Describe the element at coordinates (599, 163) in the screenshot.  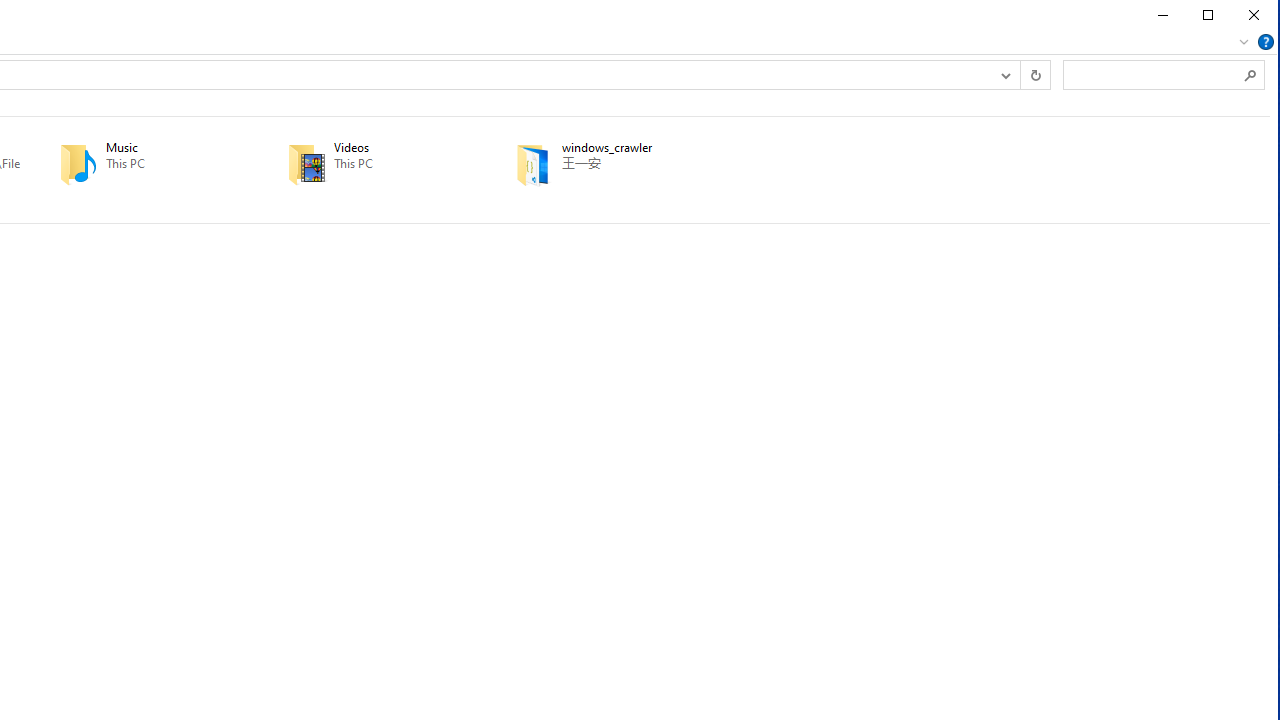
I see `'windows_crawler'` at that location.